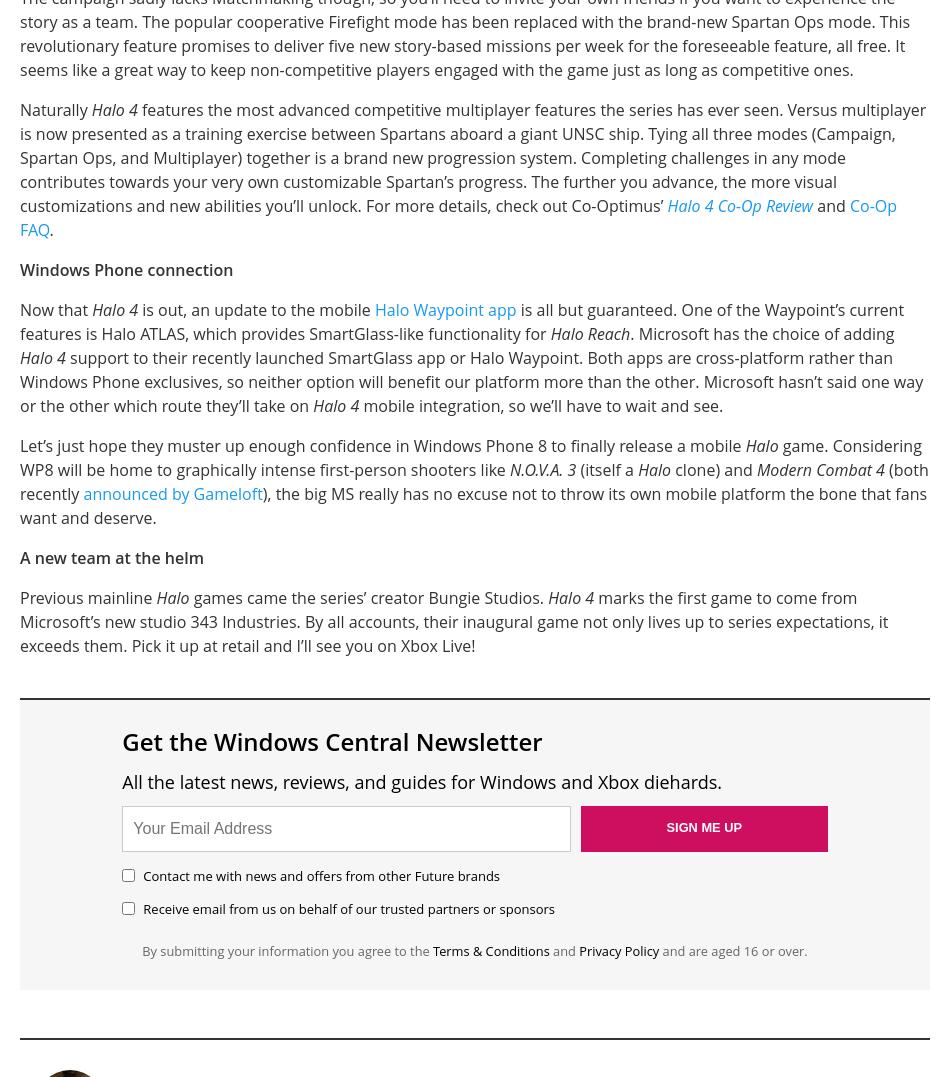 Image resolution: width=950 pixels, height=1077 pixels. What do you see at coordinates (509, 469) in the screenshot?
I see `'N.O.V.A. 3'` at bounding box center [509, 469].